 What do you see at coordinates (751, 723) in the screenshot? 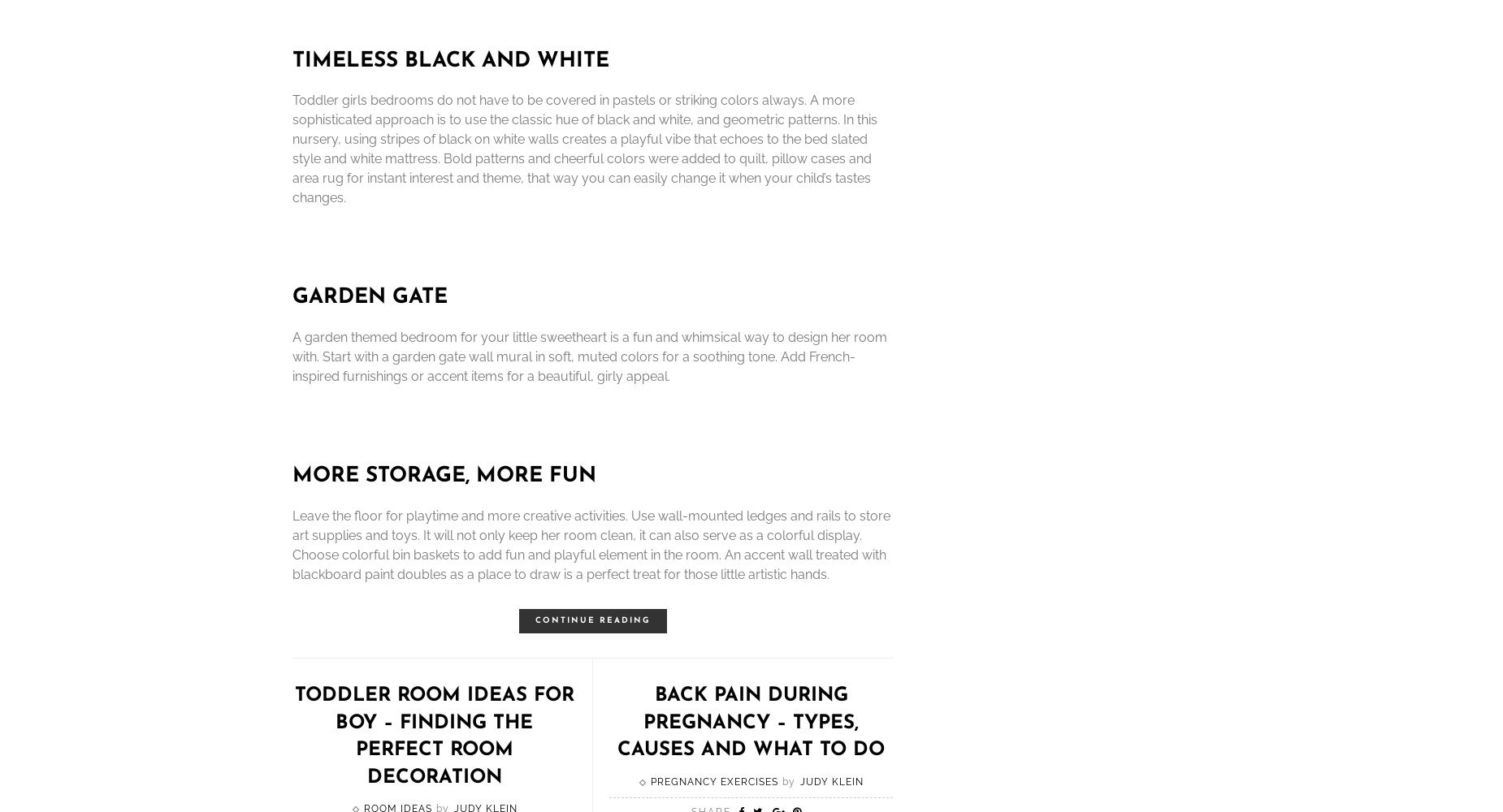
I see `'Back Pain during Pregnancy – Types, Causes and What to Do'` at bounding box center [751, 723].